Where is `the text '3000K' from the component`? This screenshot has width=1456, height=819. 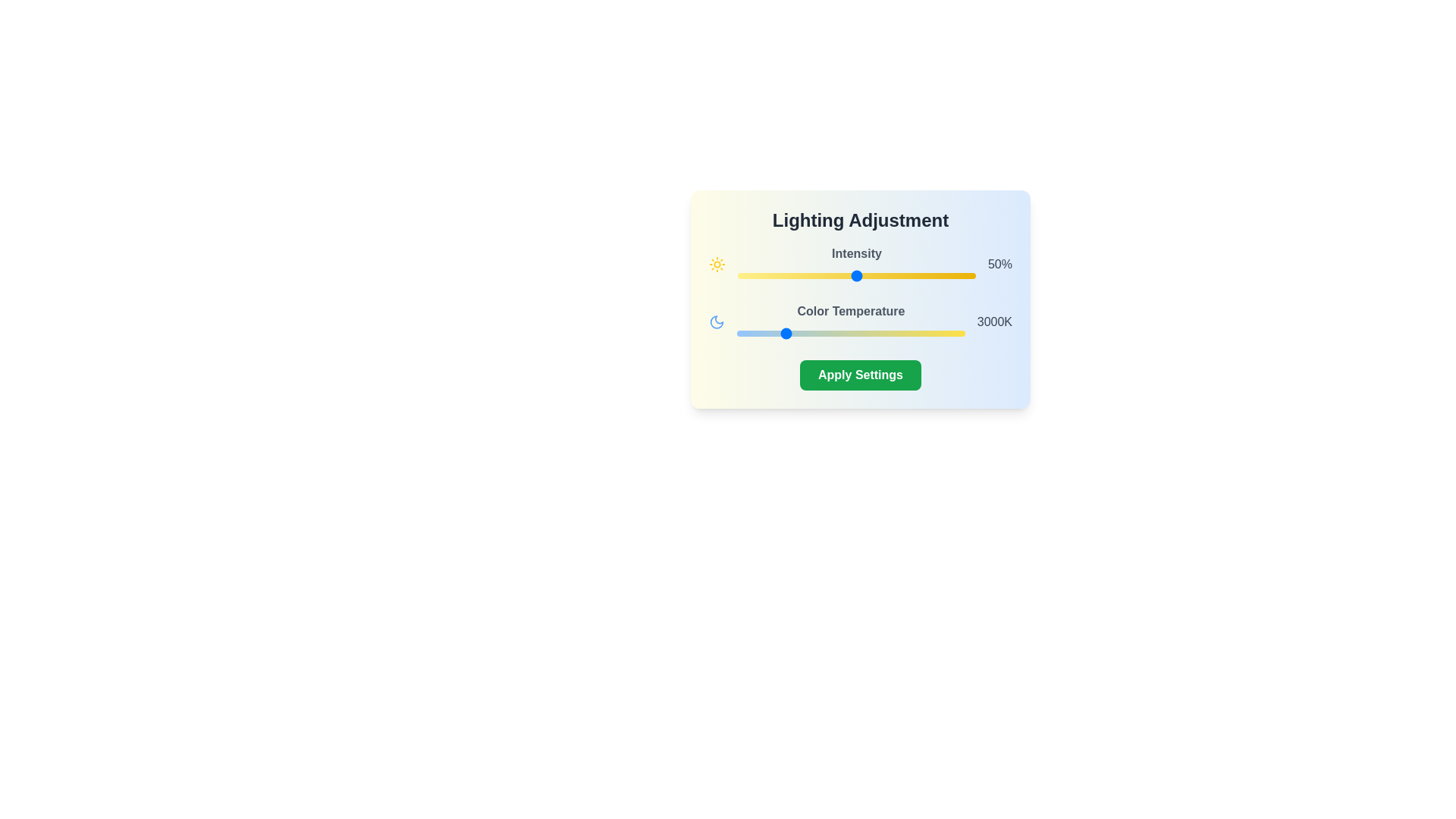
the text '3000K' from the component is located at coordinates (993, 321).